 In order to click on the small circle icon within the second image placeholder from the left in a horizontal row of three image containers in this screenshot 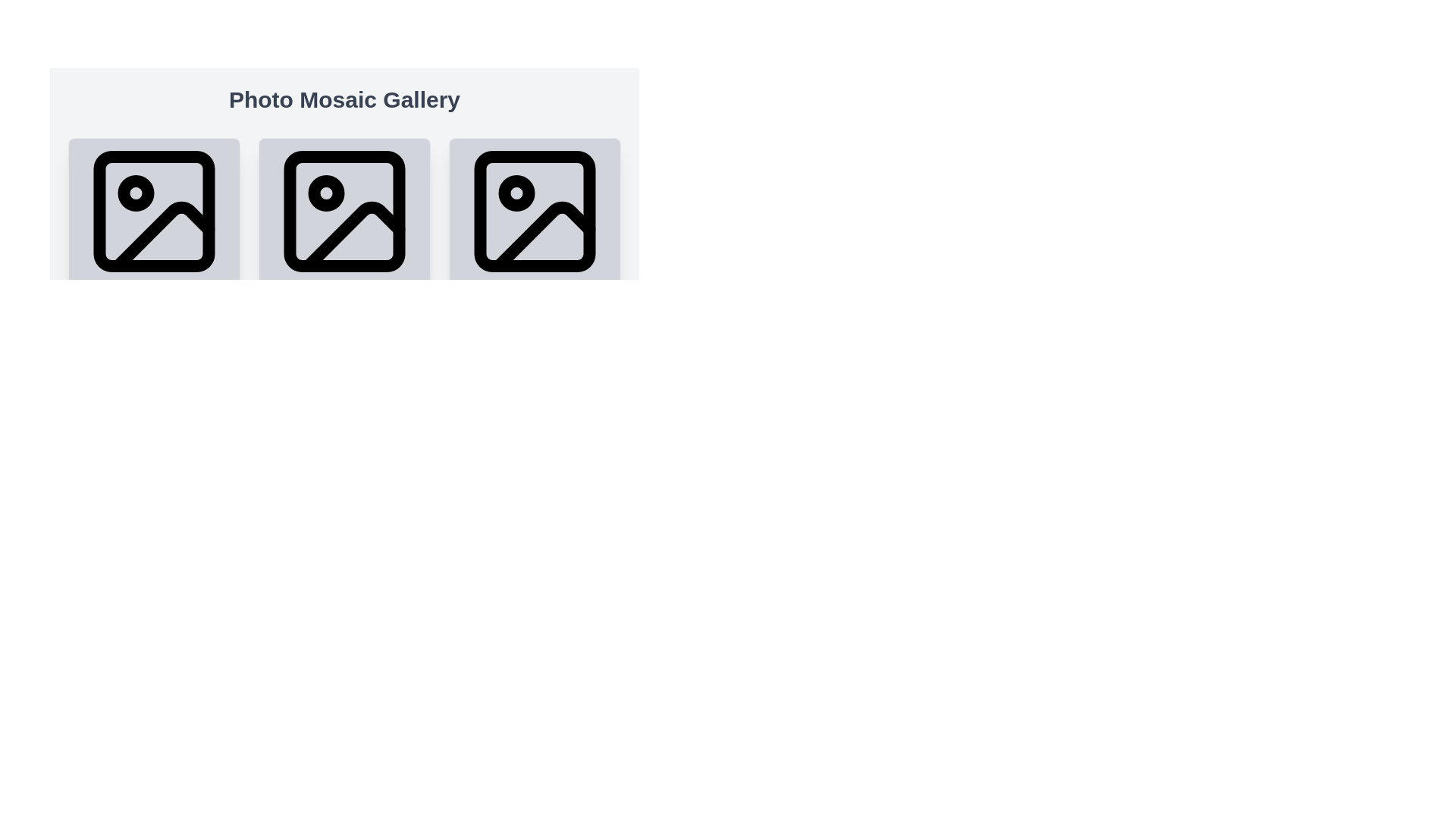, I will do `click(325, 192)`.